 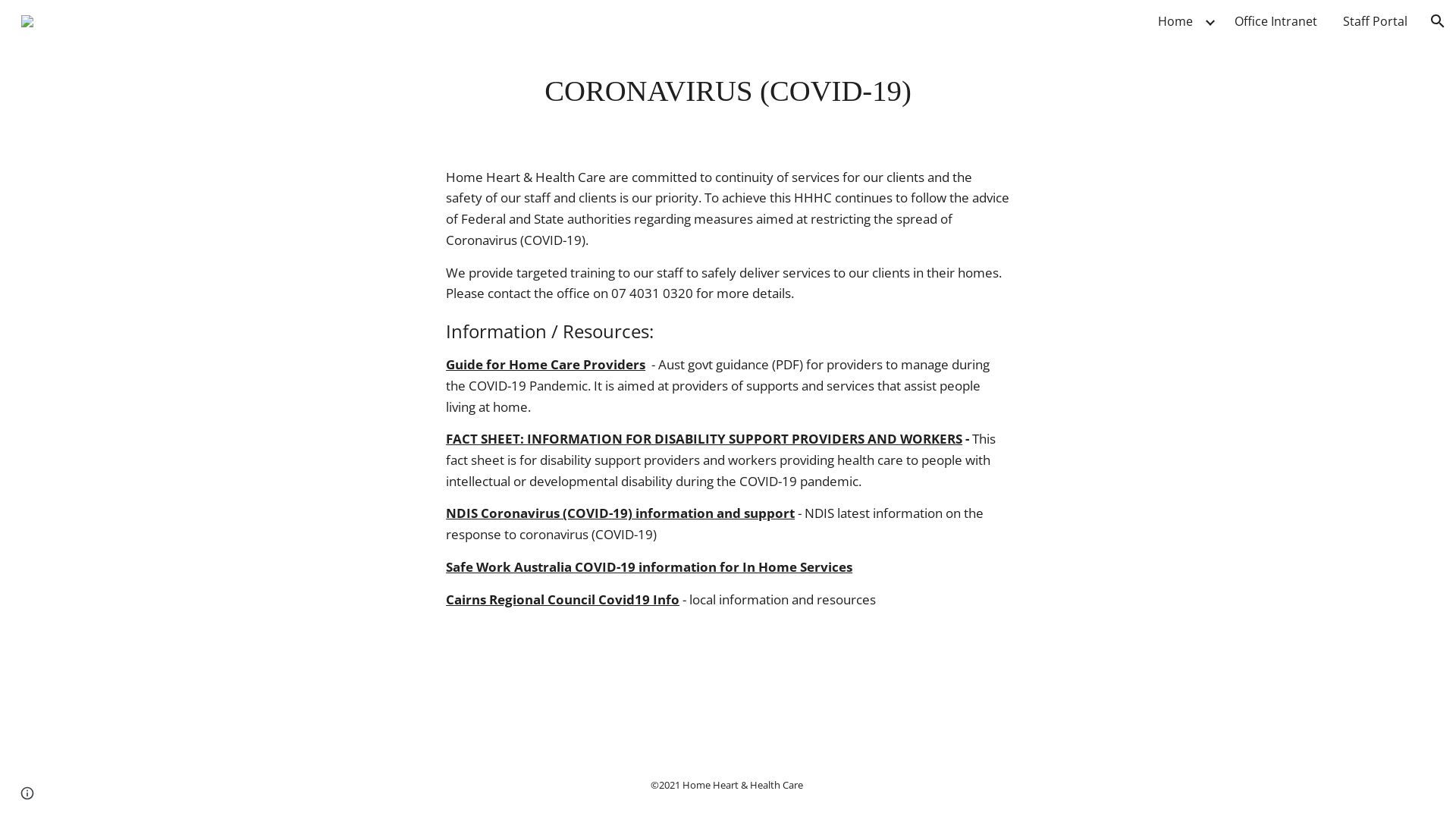 I want to click on 'NDIS Coronavirus (COVID-19) information and support', so click(x=620, y=512).